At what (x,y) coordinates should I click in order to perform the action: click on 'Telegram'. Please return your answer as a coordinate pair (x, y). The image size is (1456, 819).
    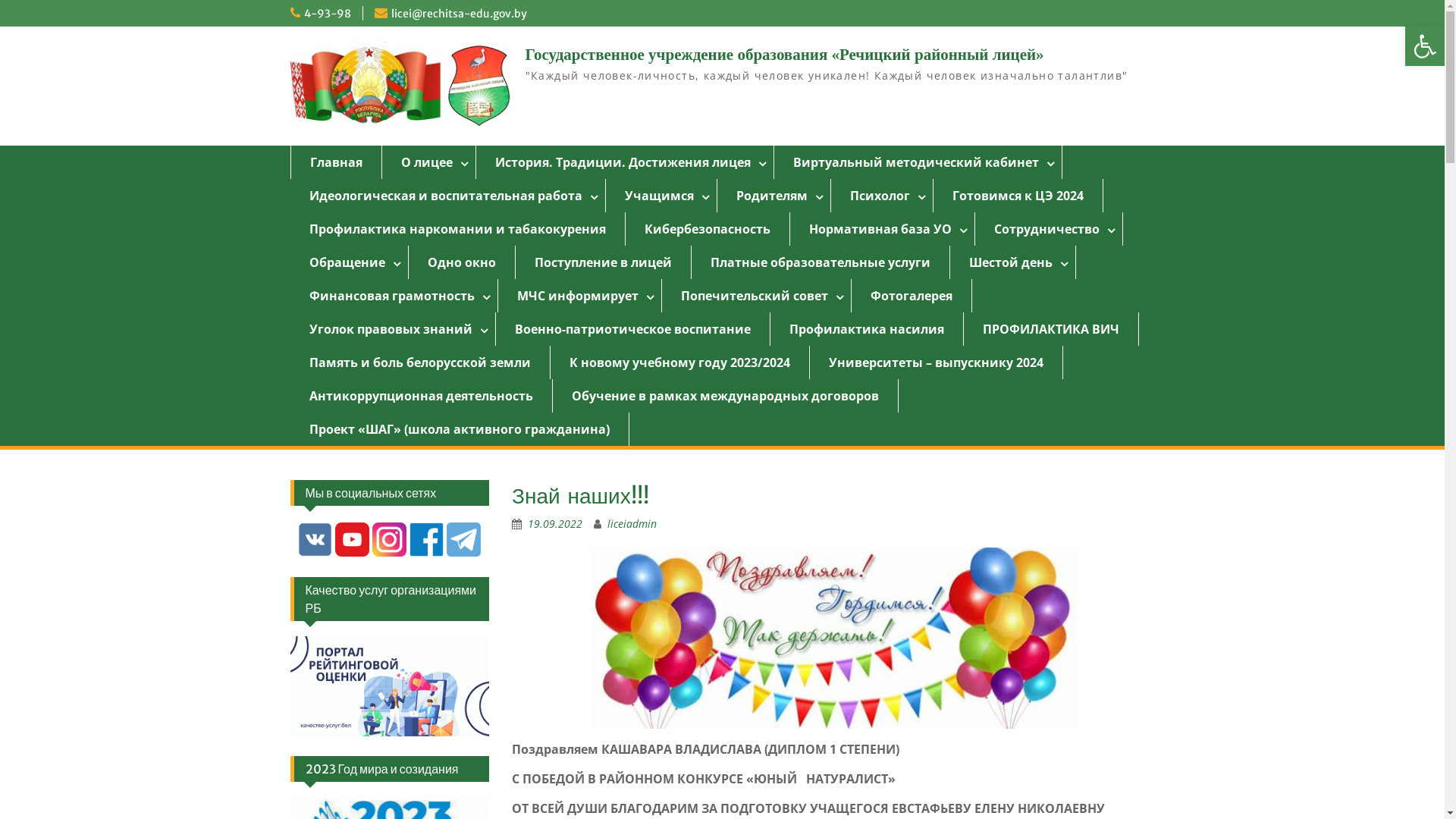
    Looking at the image, I should click on (463, 554).